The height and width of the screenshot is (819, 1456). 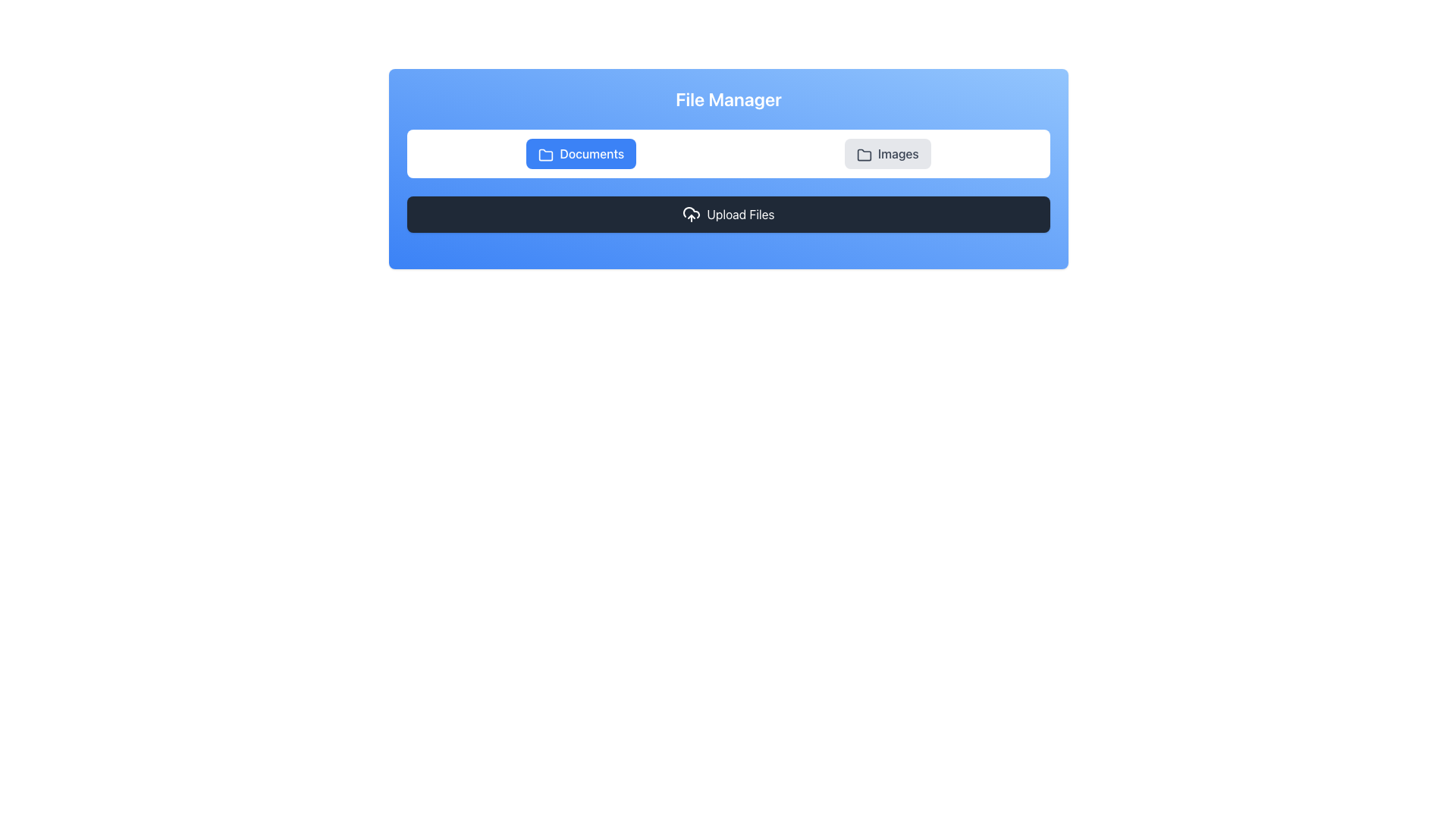 I want to click on the outline-style folder icon located to the left of the 'Images' label beneath the 'File Manager' heading, so click(x=864, y=155).